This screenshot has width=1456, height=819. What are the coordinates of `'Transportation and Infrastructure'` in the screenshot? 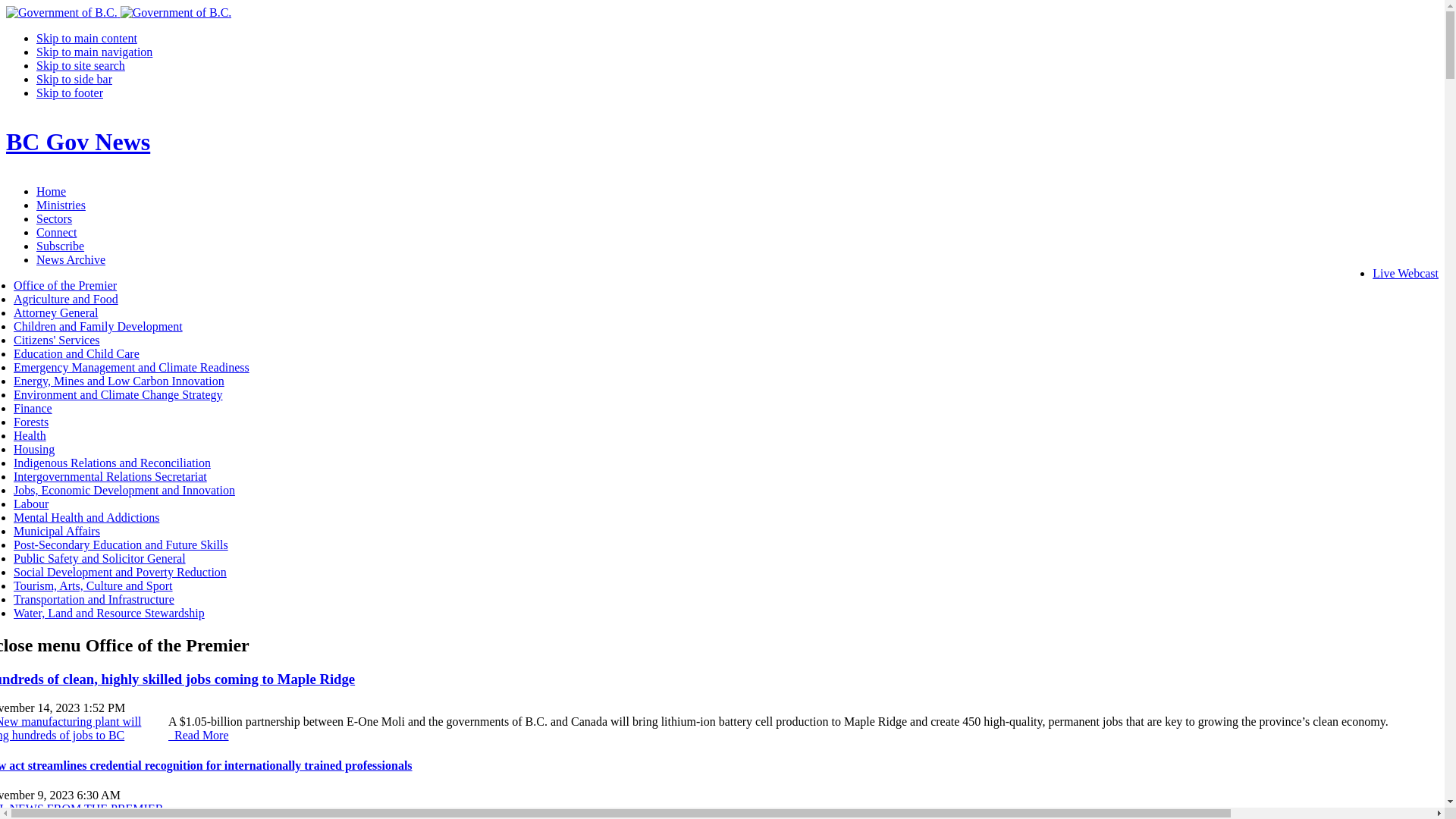 It's located at (14, 598).